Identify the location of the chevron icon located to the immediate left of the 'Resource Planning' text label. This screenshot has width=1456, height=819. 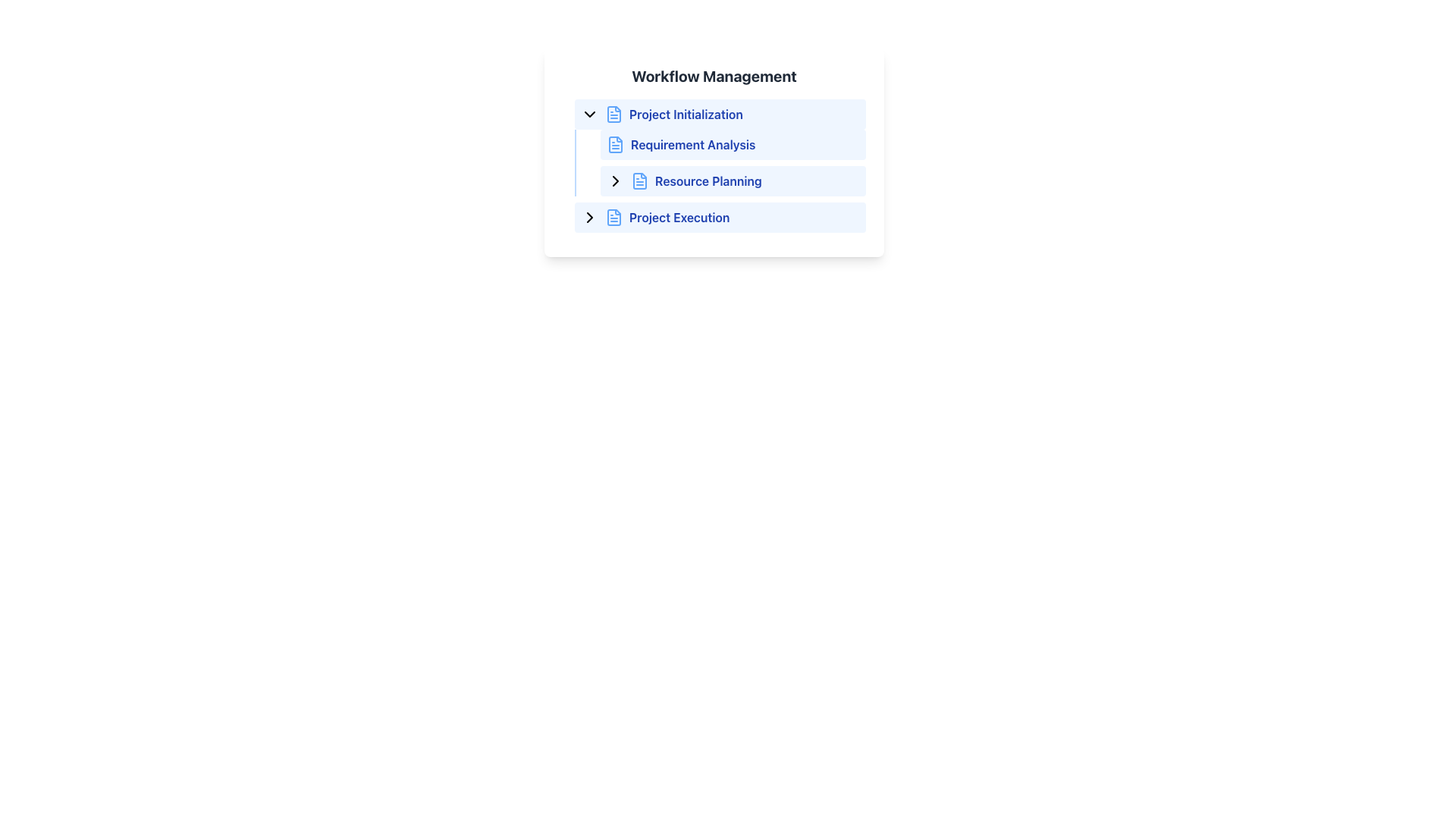
(615, 180).